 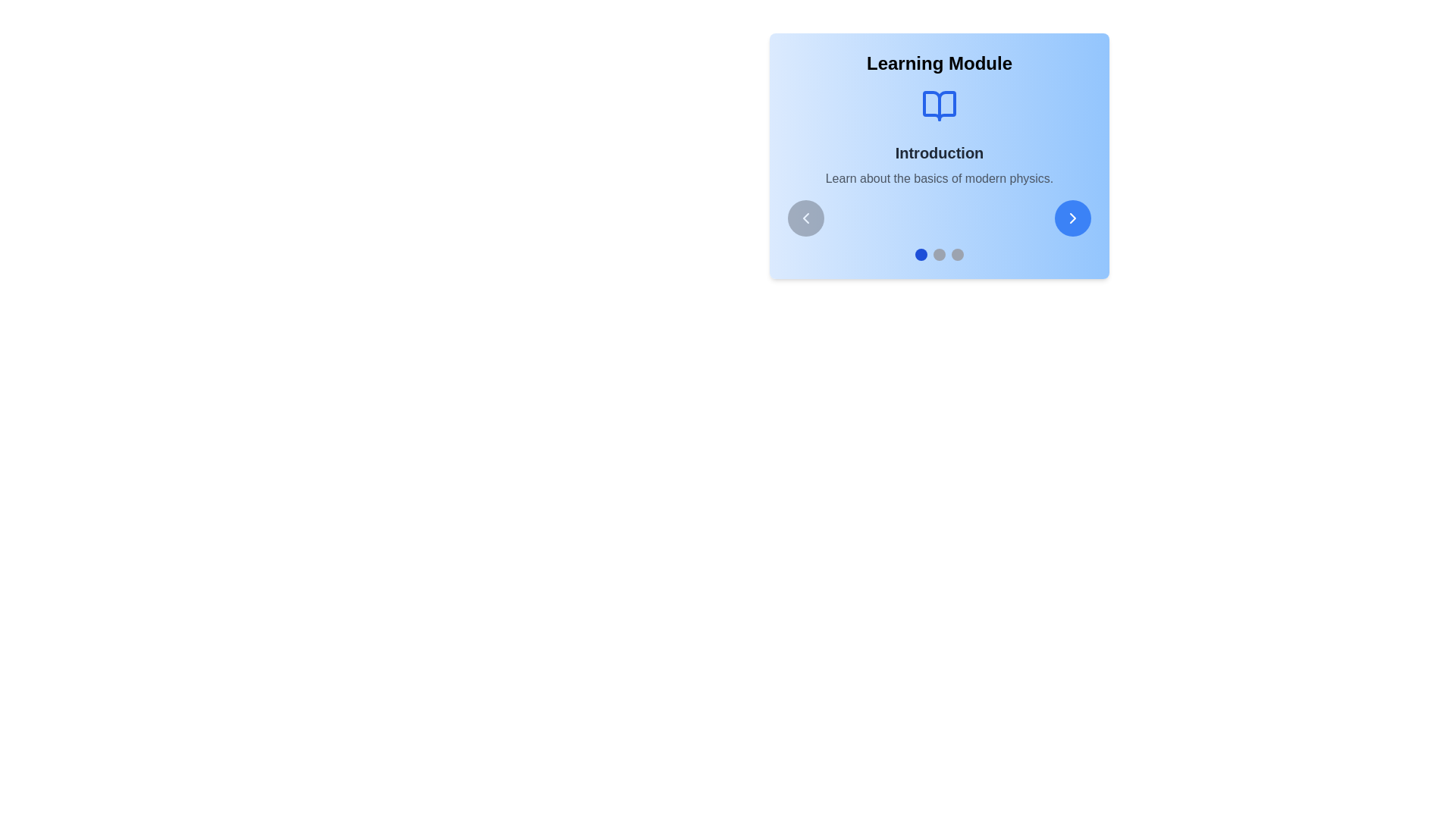 I want to click on the left-facing chevron icon within the circular button on the leftmost part of the card, so click(x=805, y=218).